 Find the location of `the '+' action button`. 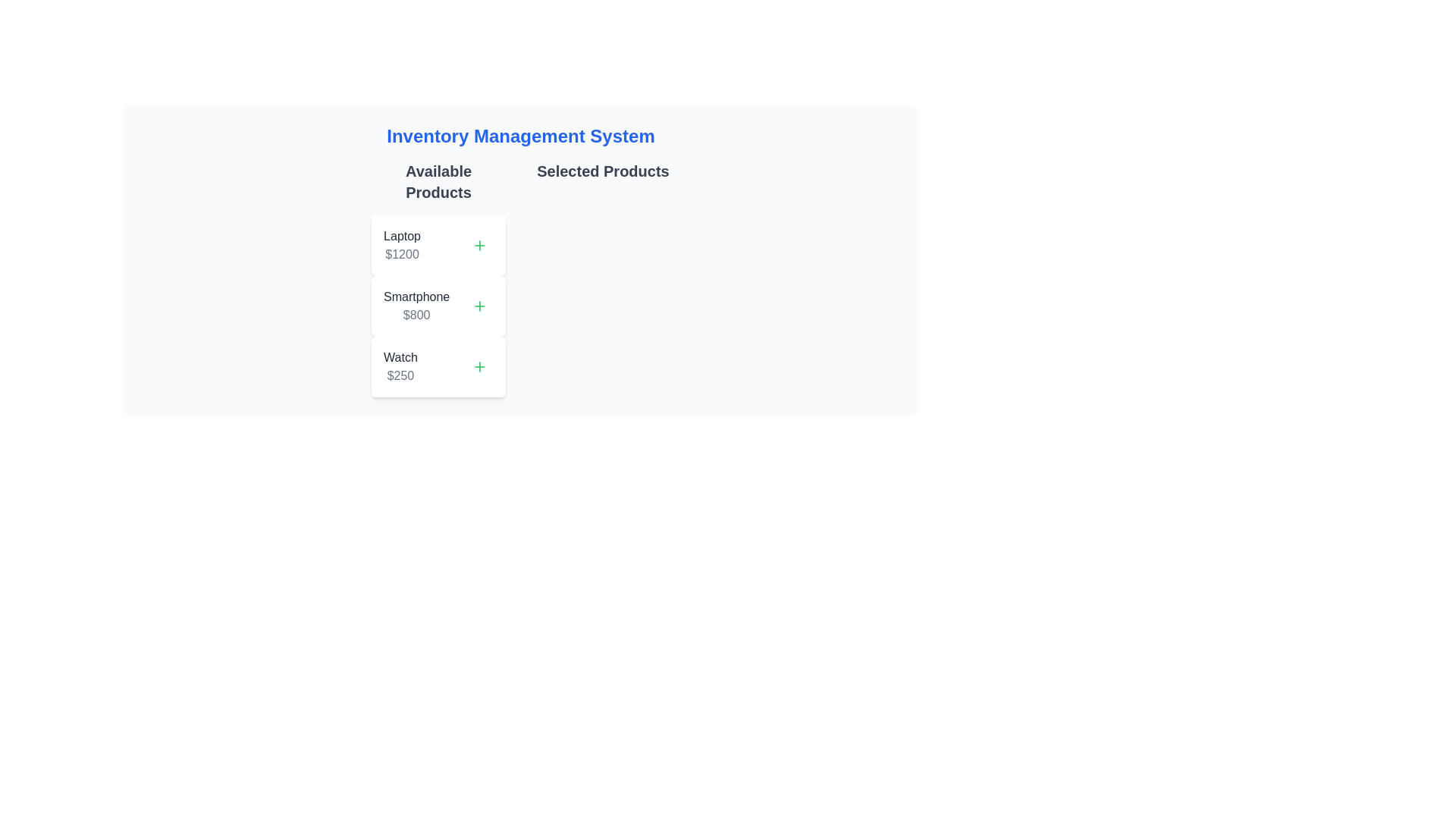

the '+' action button is located at coordinates (438, 278).